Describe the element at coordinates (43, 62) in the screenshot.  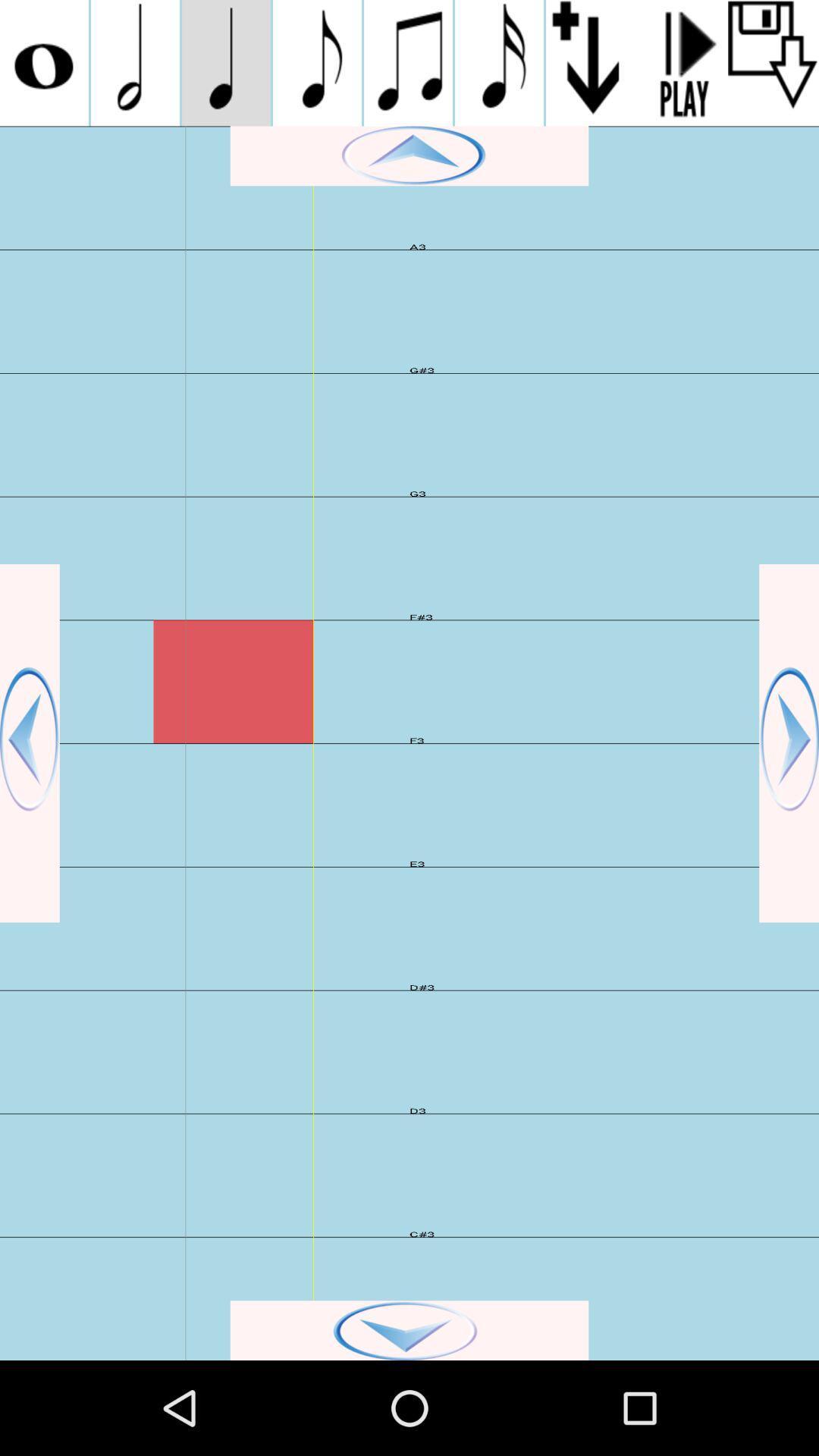
I see `whole note` at that location.